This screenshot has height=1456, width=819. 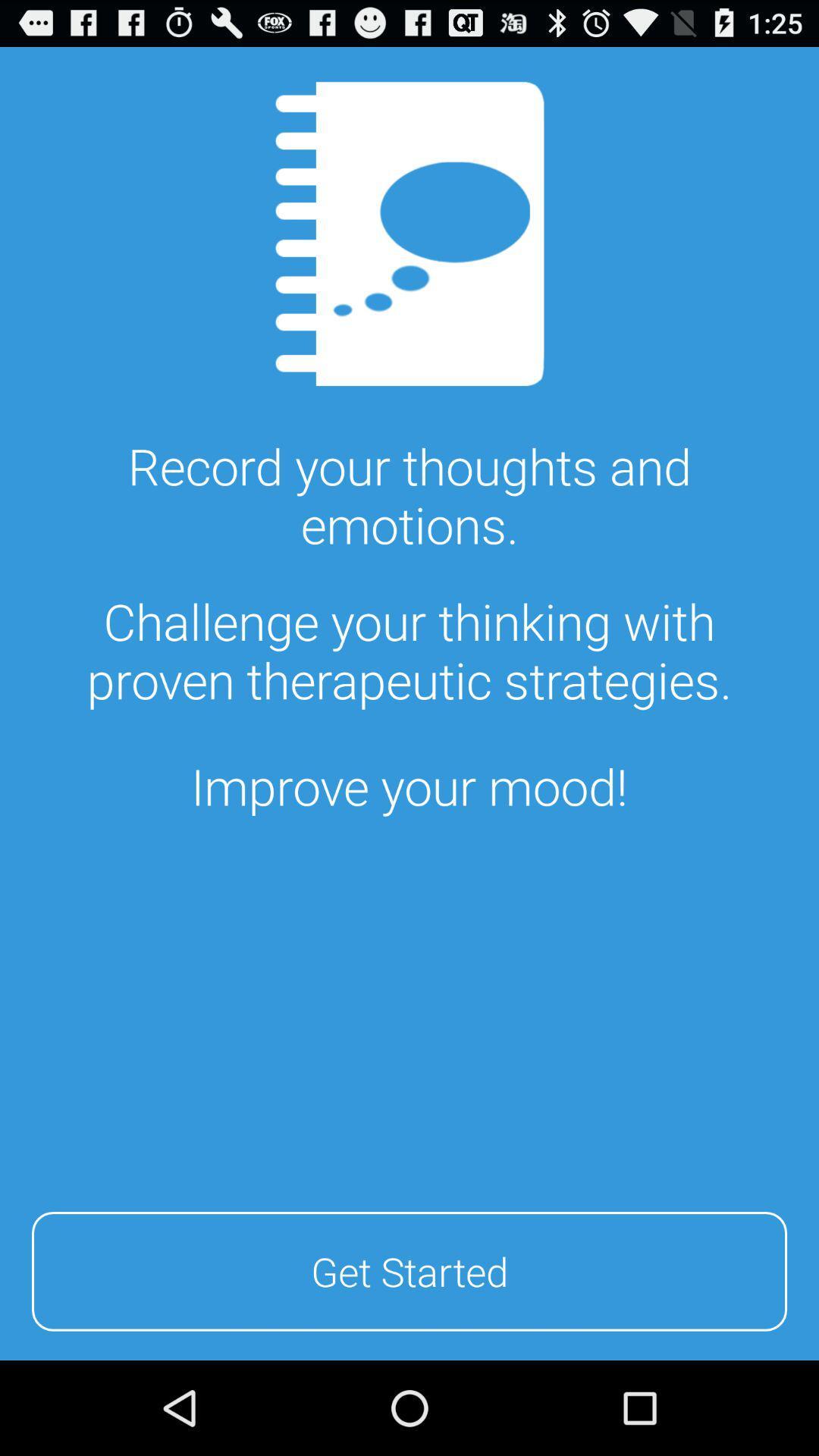 I want to click on the icon at the bottom, so click(x=409, y=1269).